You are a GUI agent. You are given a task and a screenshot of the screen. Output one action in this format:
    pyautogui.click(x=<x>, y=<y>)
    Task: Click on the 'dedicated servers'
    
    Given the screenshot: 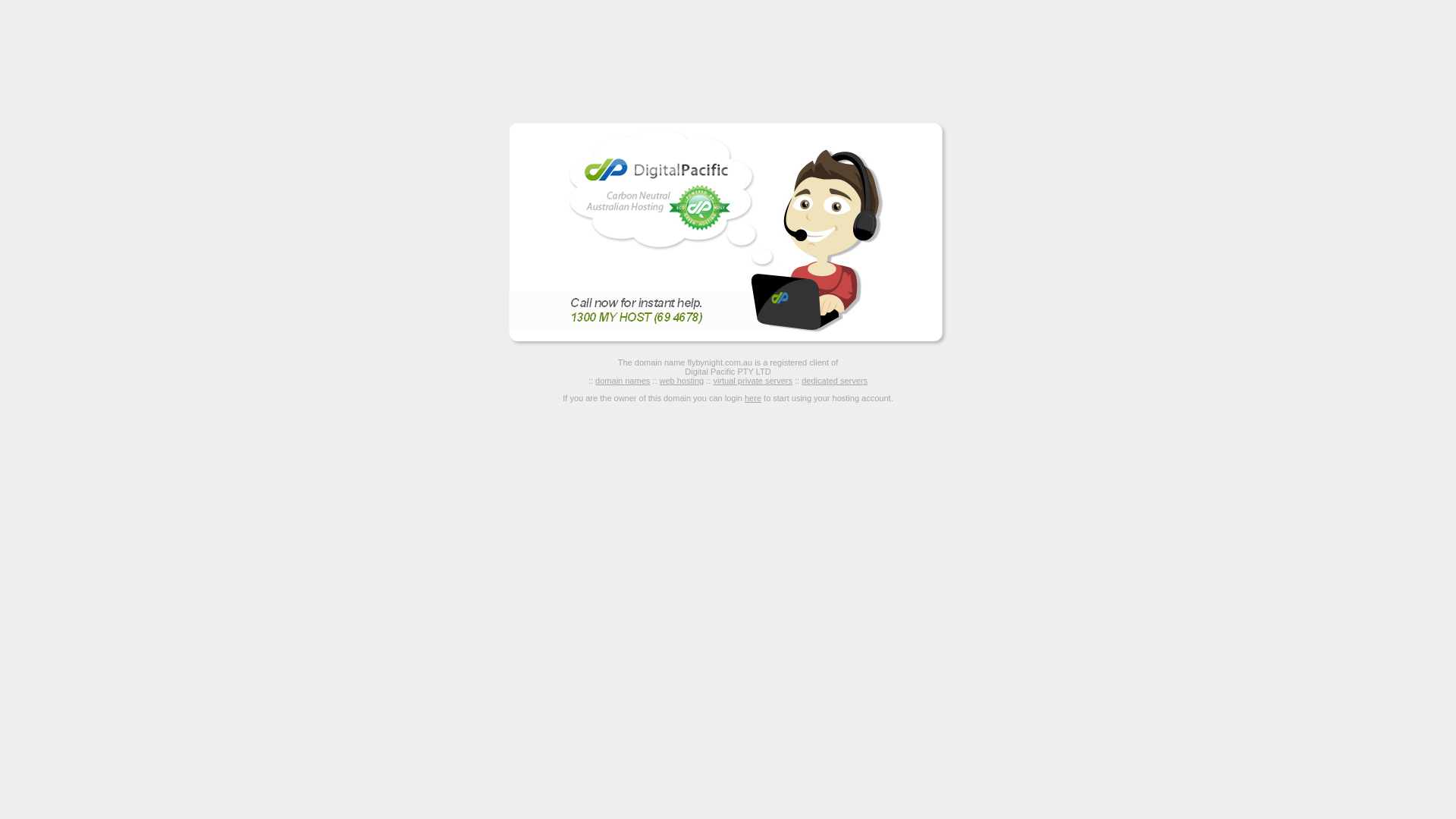 What is the action you would take?
    pyautogui.click(x=800, y=379)
    